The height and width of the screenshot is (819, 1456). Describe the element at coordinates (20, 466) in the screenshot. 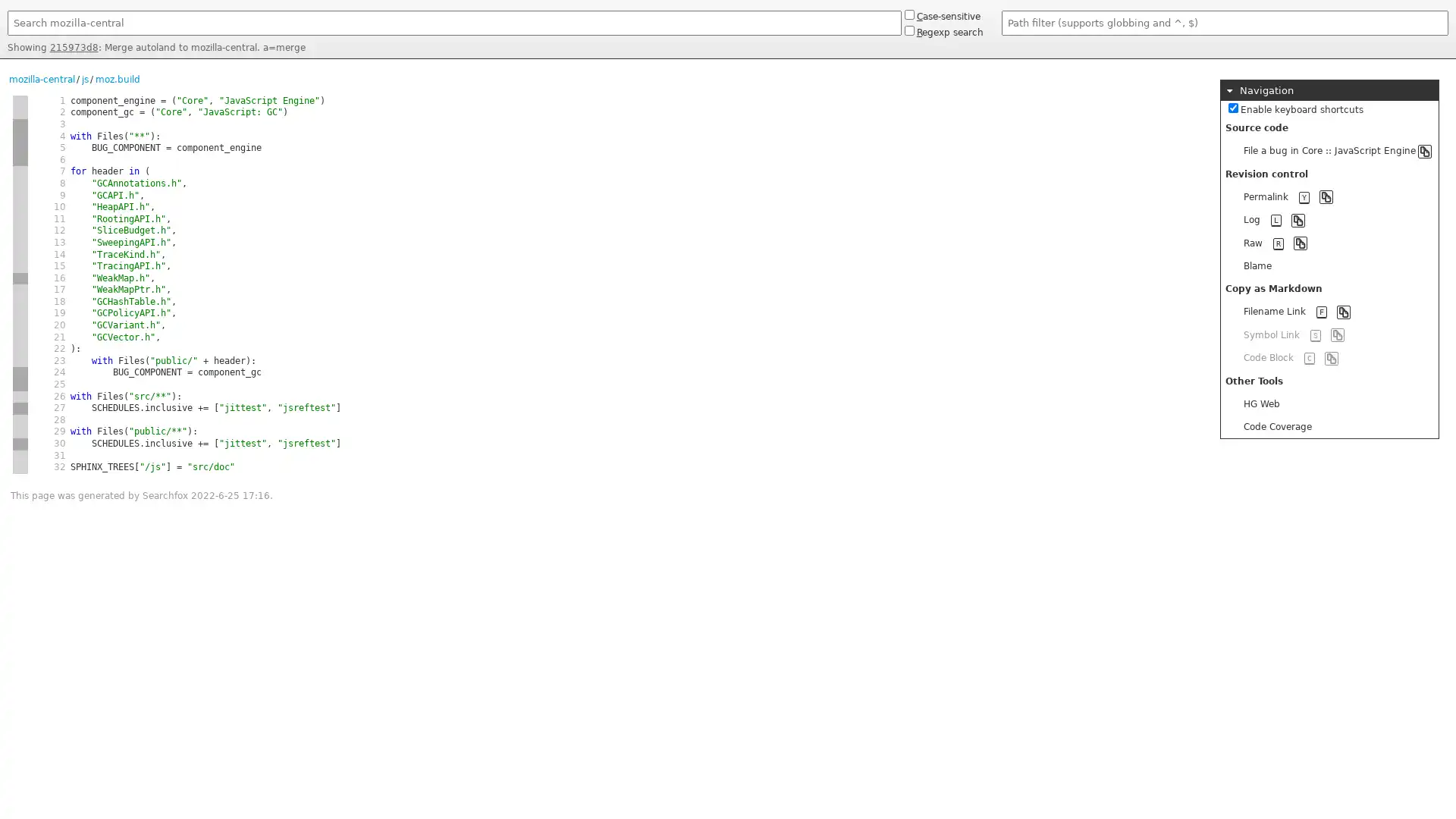

I see `same hash 5` at that location.